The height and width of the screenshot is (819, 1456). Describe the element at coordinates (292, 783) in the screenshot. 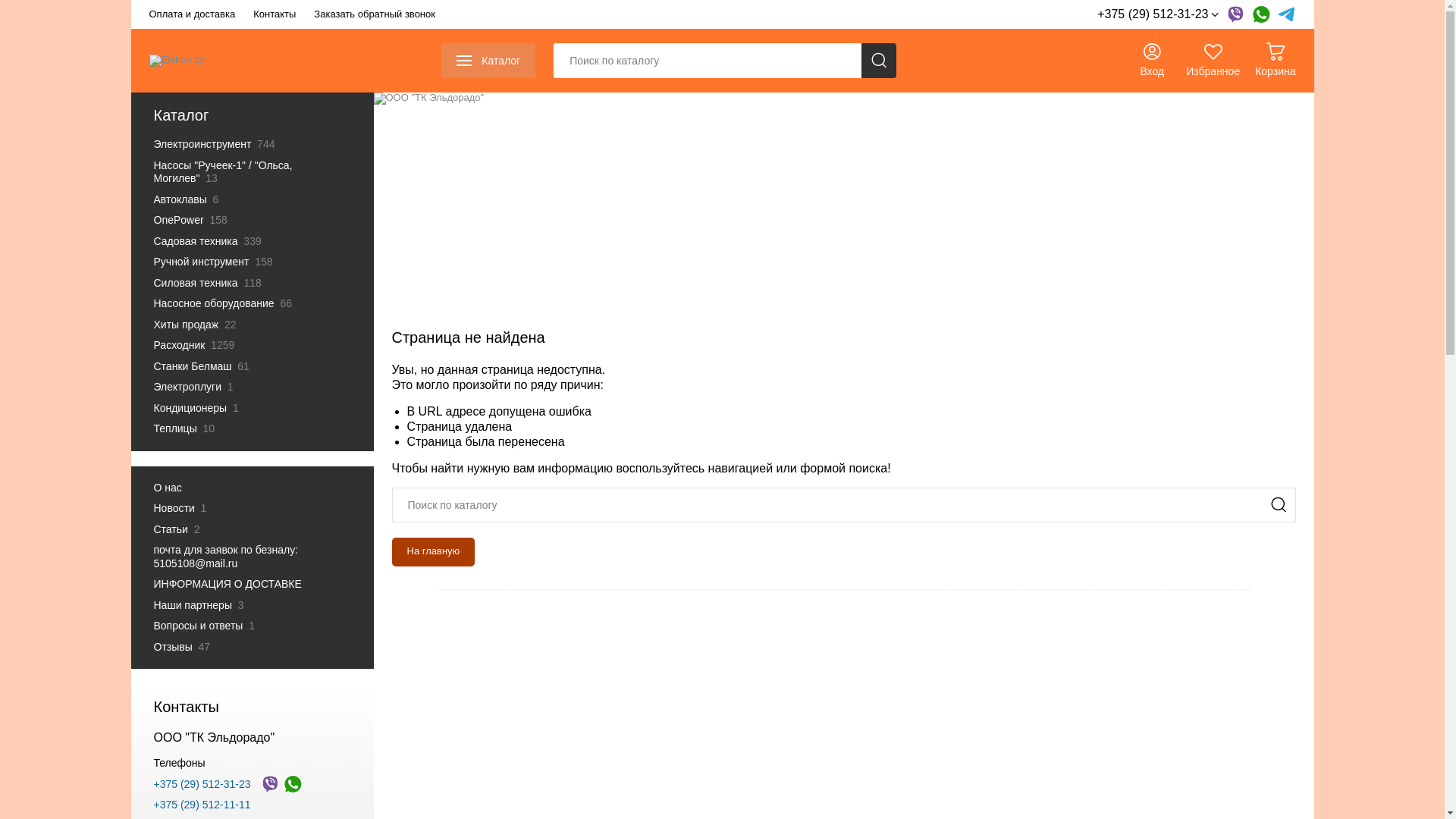

I see `'WhatsApp'` at that location.